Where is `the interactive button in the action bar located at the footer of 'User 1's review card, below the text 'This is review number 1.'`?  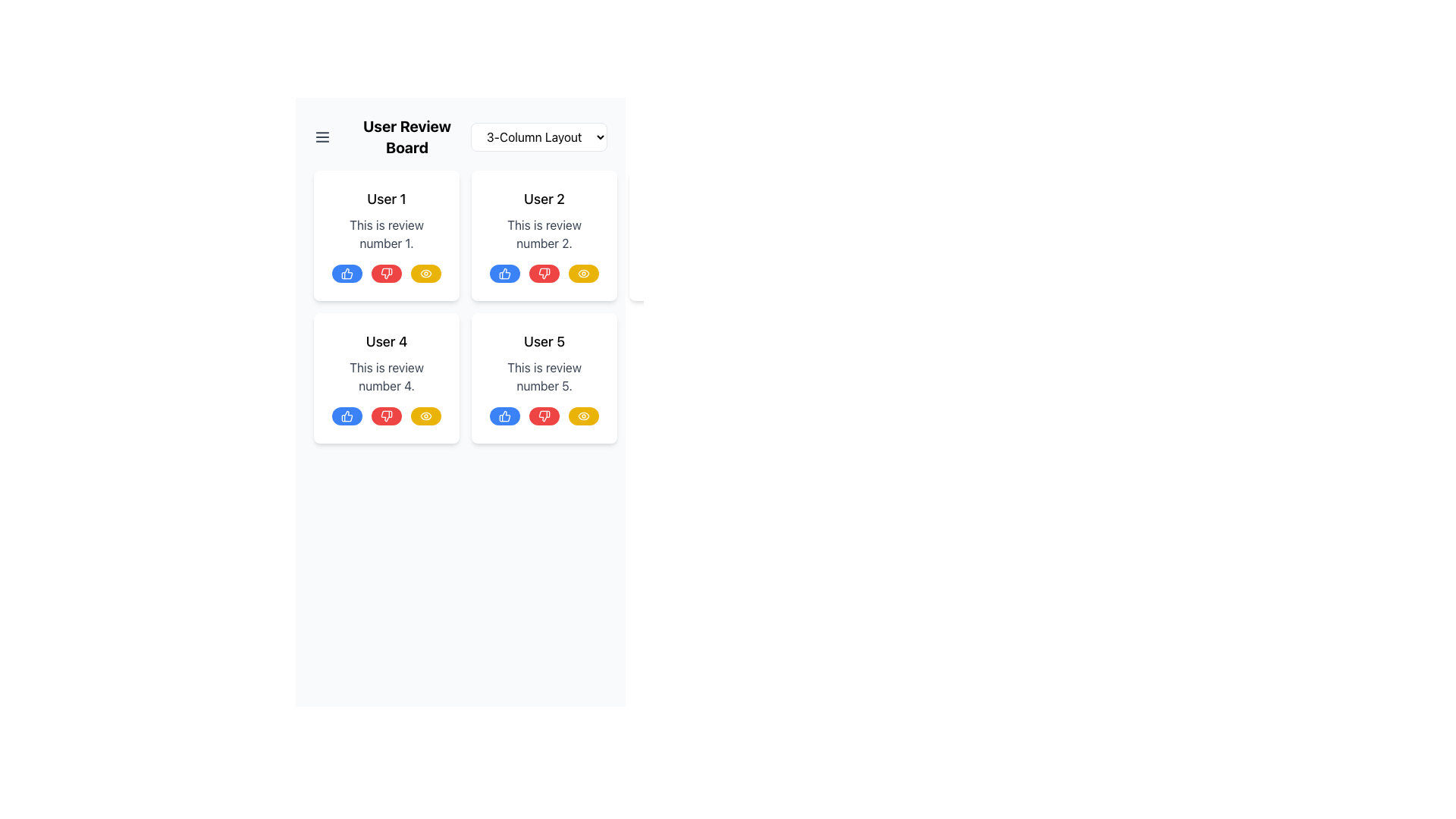 the interactive button in the action bar located at the footer of 'User 1's review card, below the text 'This is review number 1.' is located at coordinates (386, 274).